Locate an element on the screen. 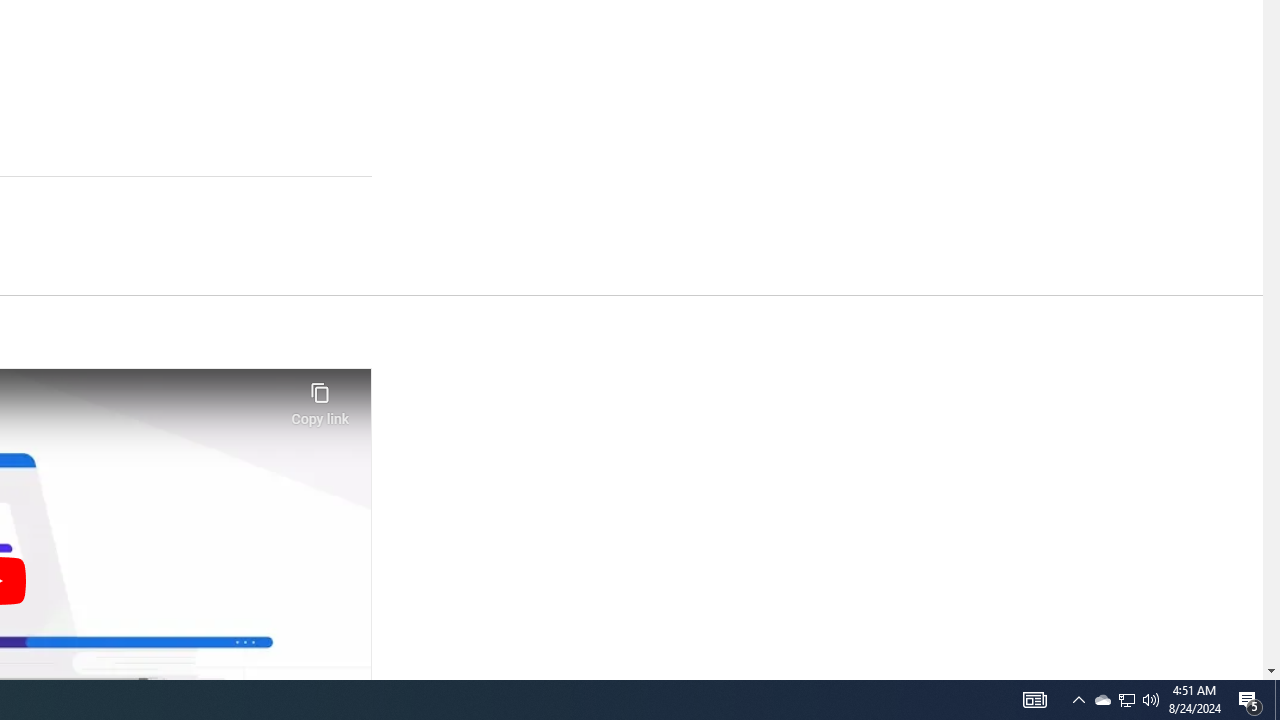 The image size is (1280, 720). 'Copy link' is located at coordinates (320, 398).